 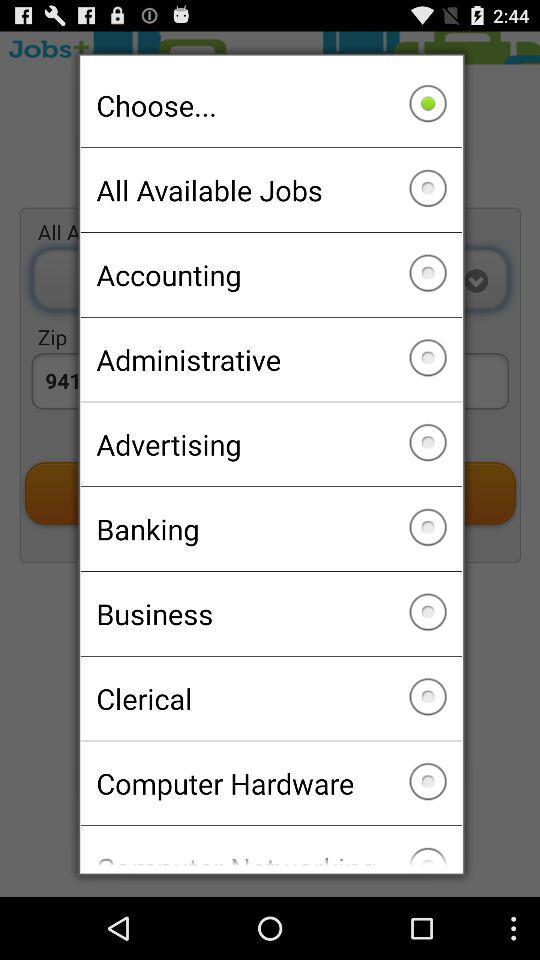 I want to click on the icon above computer networking checkbox, so click(x=270, y=783).